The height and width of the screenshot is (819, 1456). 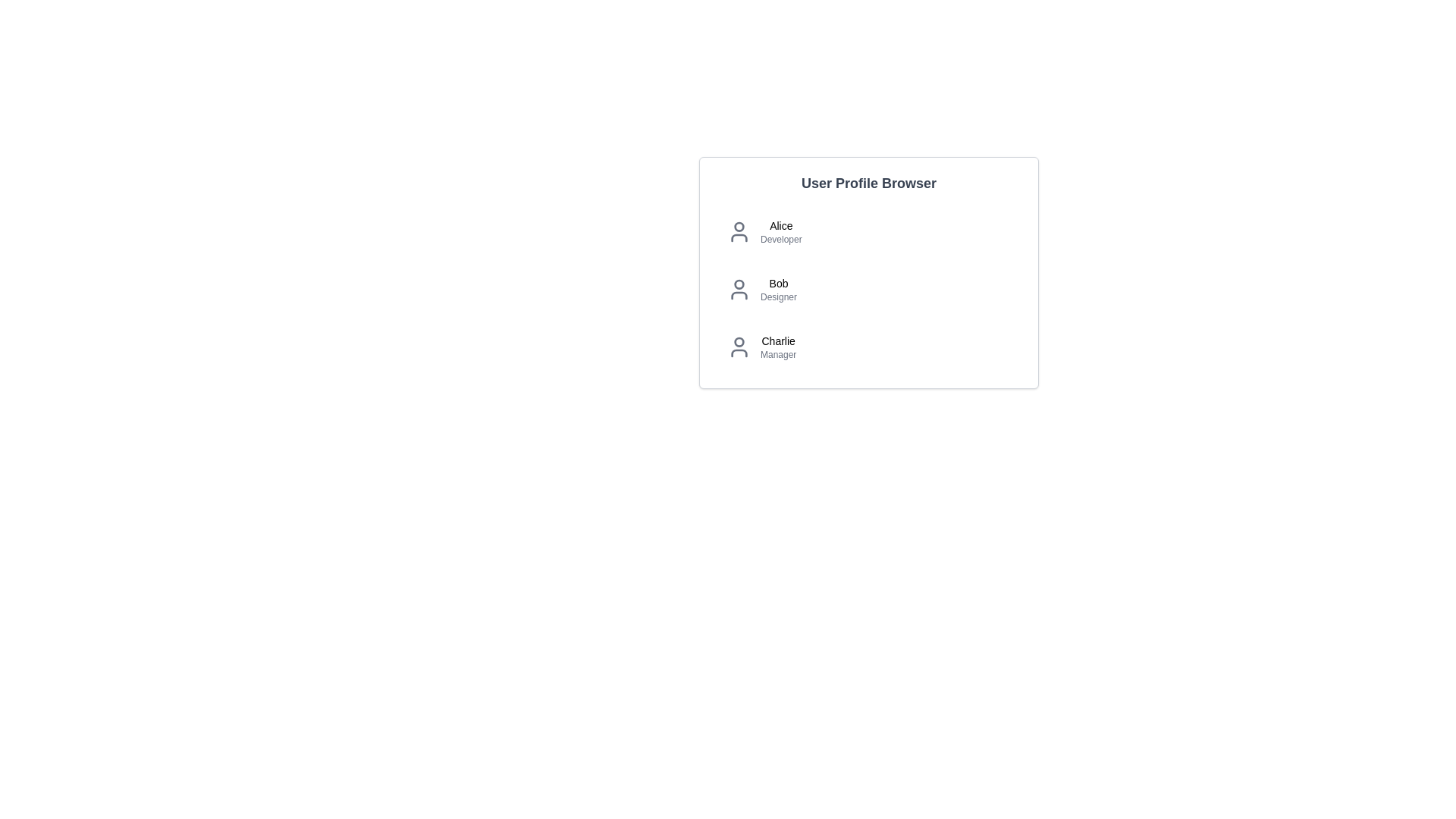 What do you see at coordinates (739, 289) in the screenshot?
I see `the user icon represented as a standard gray silhouette located in the row labeled 'Bob Designer'` at bounding box center [739, 289].